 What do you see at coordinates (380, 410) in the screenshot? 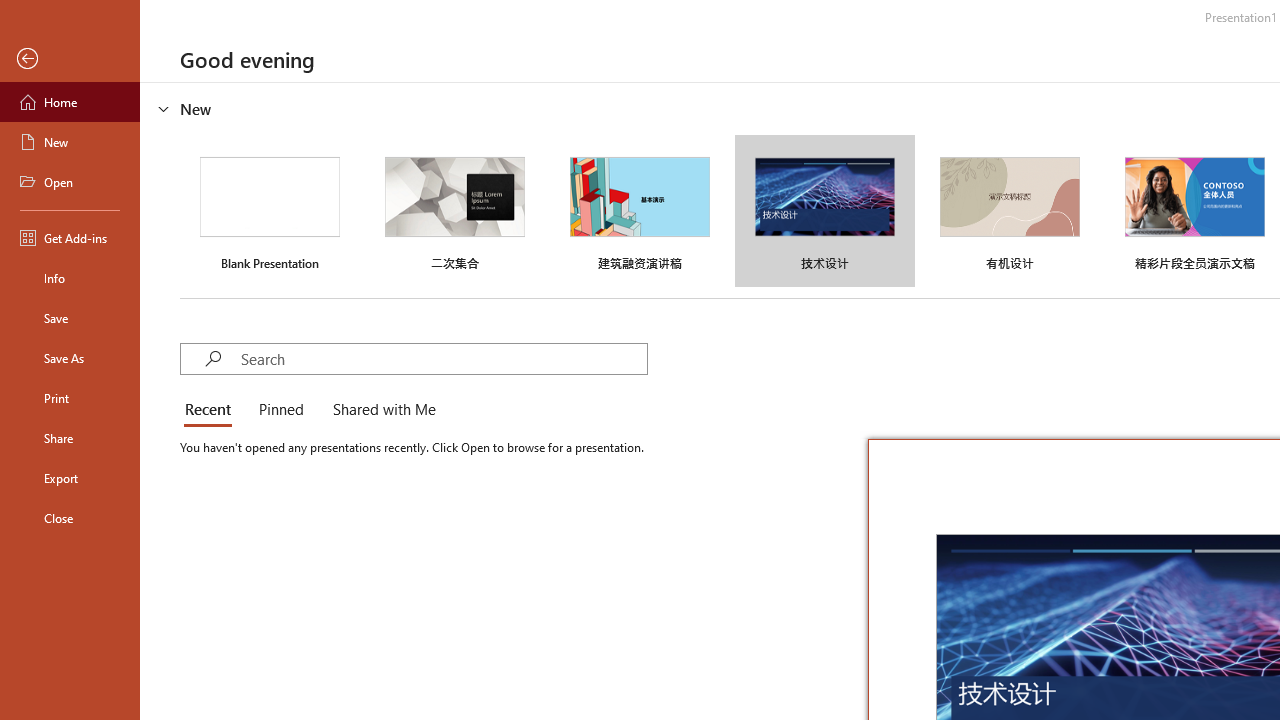
I see `'Shared with Me'` at bounding box center [380, 410].